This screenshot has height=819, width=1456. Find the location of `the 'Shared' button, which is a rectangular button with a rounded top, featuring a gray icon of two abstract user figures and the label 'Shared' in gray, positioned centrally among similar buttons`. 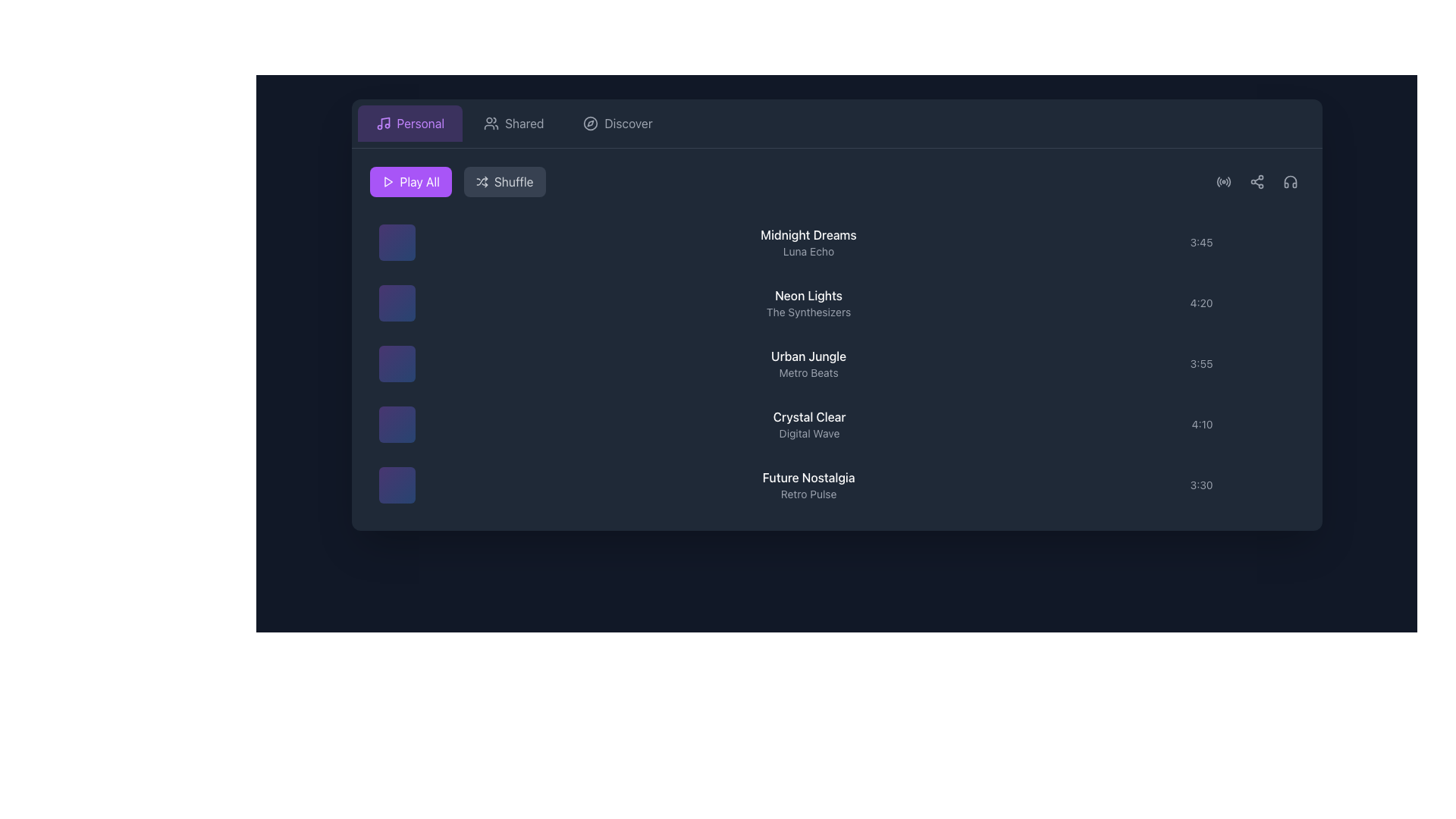

the 'Shared' button, which is a rectangular button with a rounded top, featuring a gray icon of two abstract user figures and the label 'Shared' in gray, positioned centrally among similar buttons is located at coordinates (513, 122).